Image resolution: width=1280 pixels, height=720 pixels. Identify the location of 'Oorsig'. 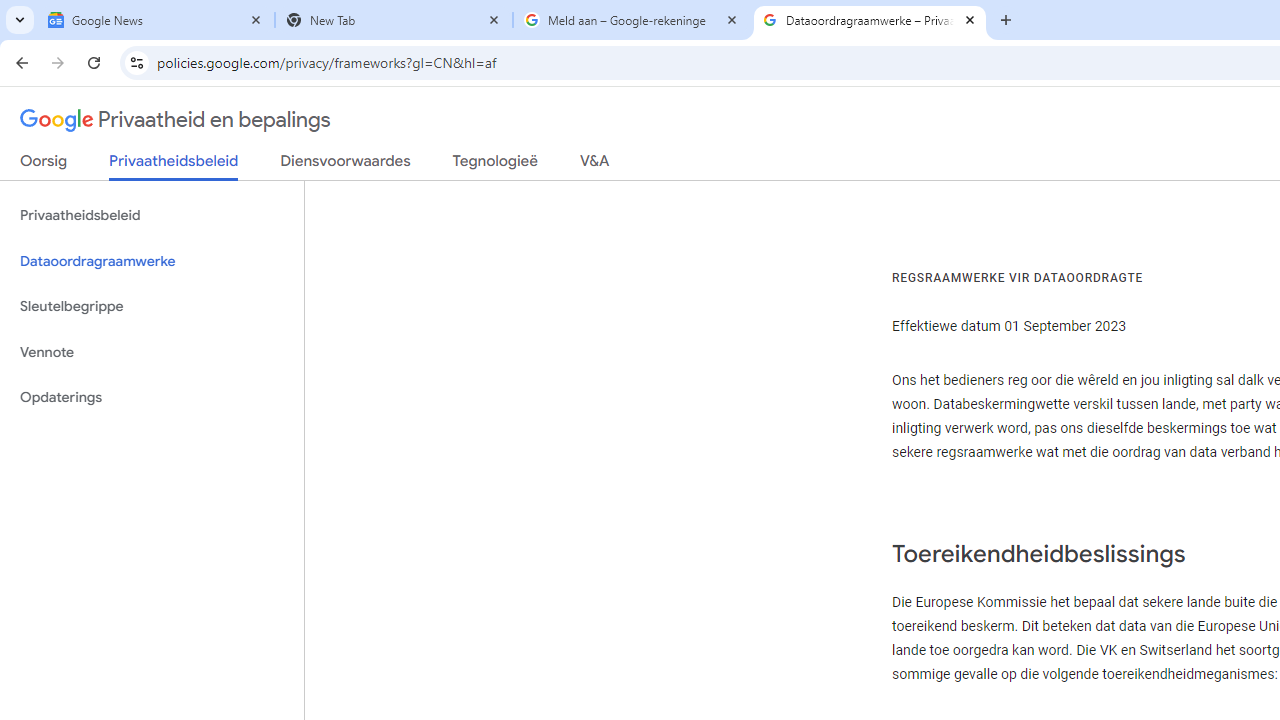
(44, 164).